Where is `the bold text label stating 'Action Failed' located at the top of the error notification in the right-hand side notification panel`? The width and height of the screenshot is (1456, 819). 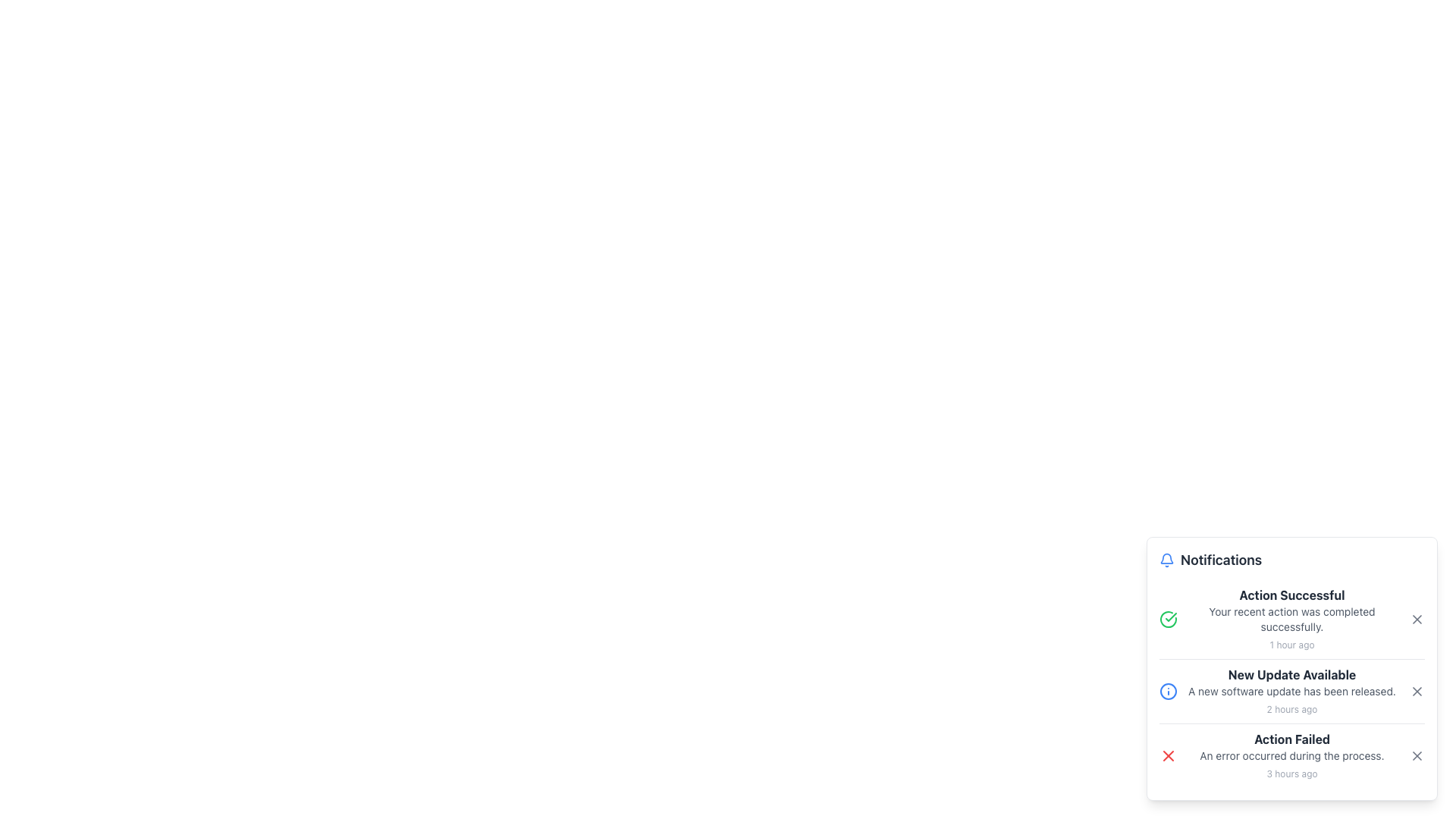 the bold text label stating 'Action Failed' located at the top of the error notification in the right-hand side notification panel is located at coordinates (1291, 739).